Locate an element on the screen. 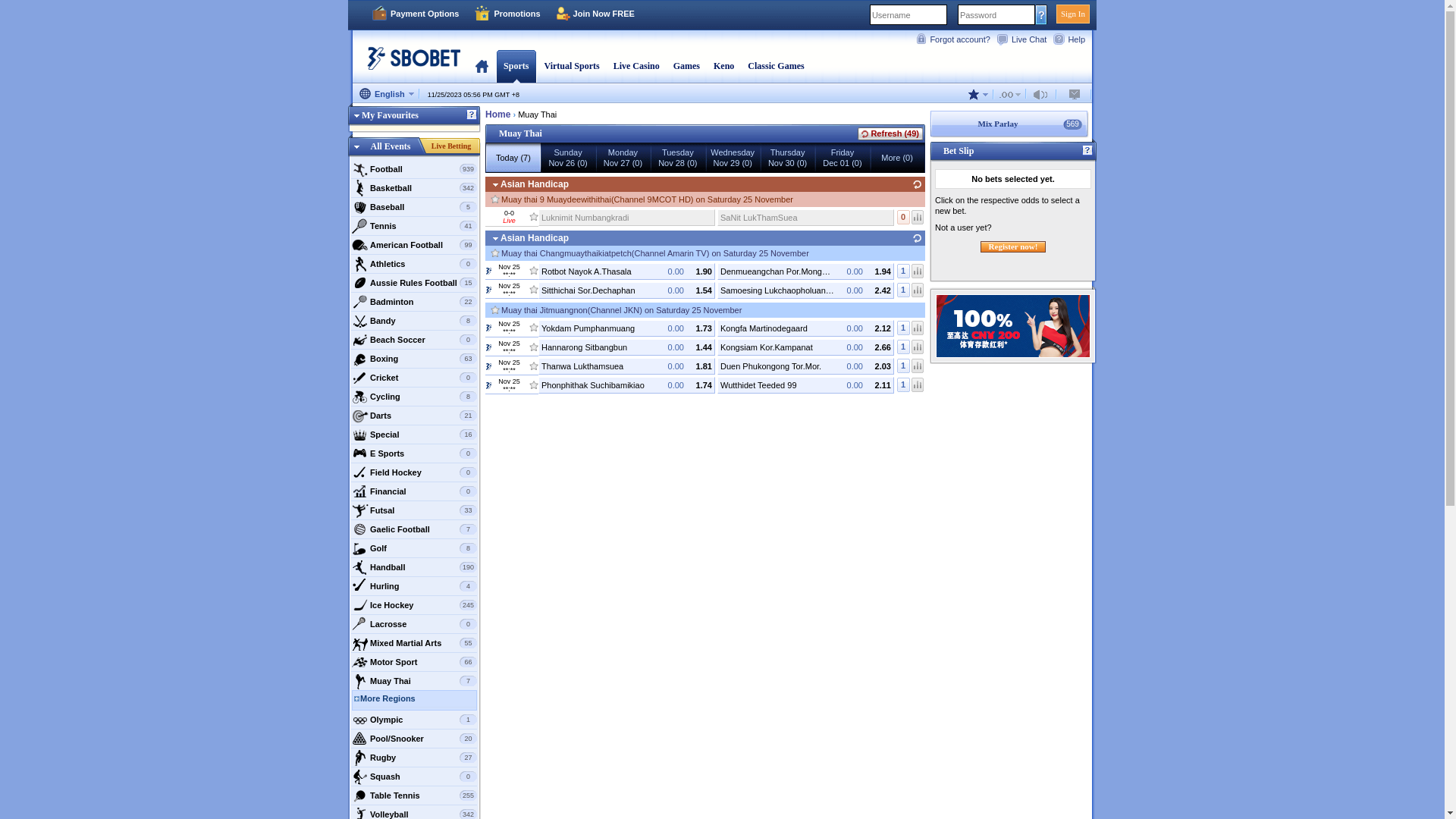  'Pool/Snooker is located at coordinates (414, 738).